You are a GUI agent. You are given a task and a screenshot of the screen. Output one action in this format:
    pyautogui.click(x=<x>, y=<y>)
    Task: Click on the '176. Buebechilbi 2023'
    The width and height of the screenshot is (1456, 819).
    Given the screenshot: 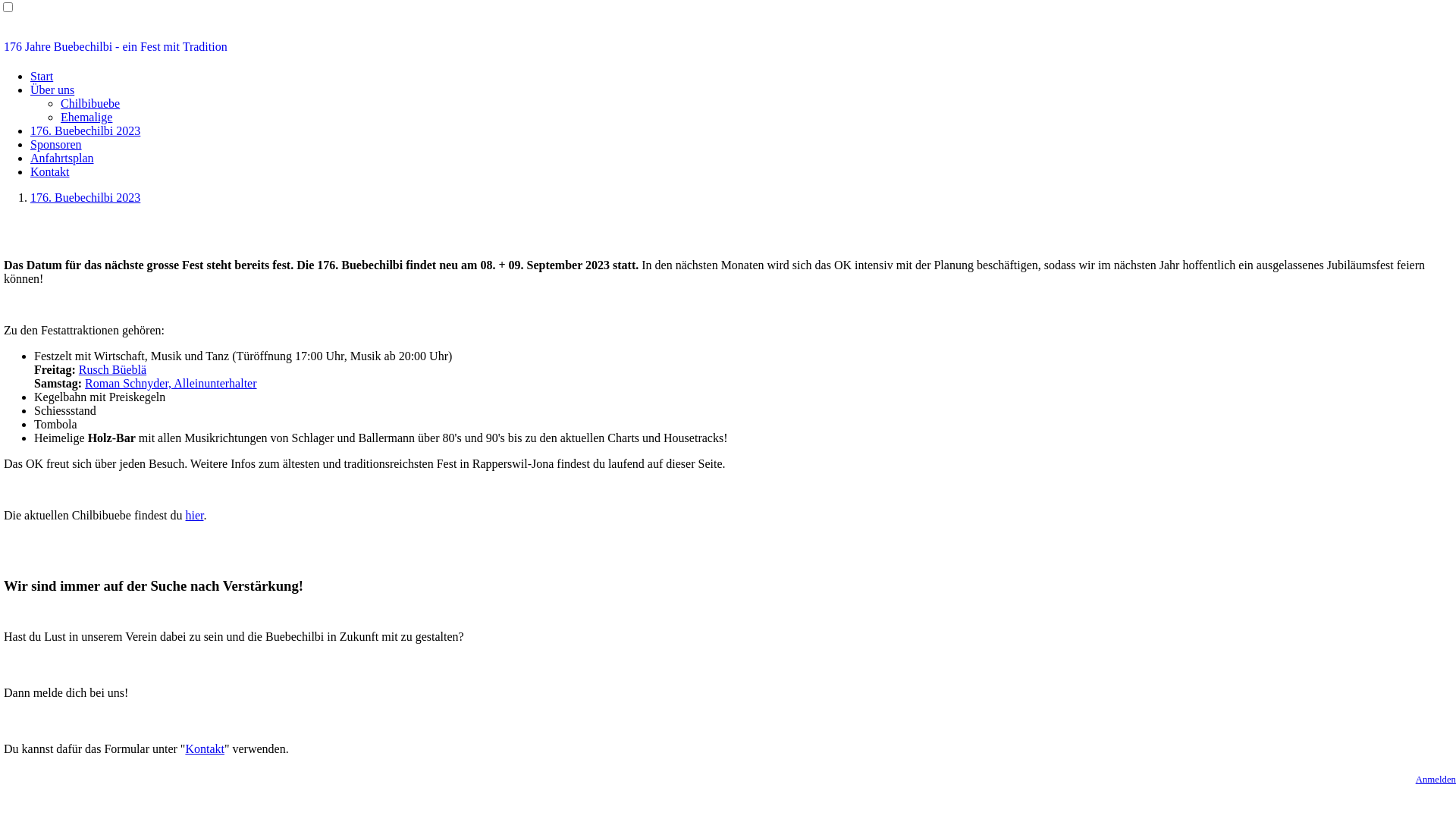 What is the action you would take?
    pyautogui.click(x=84, y=196)
    